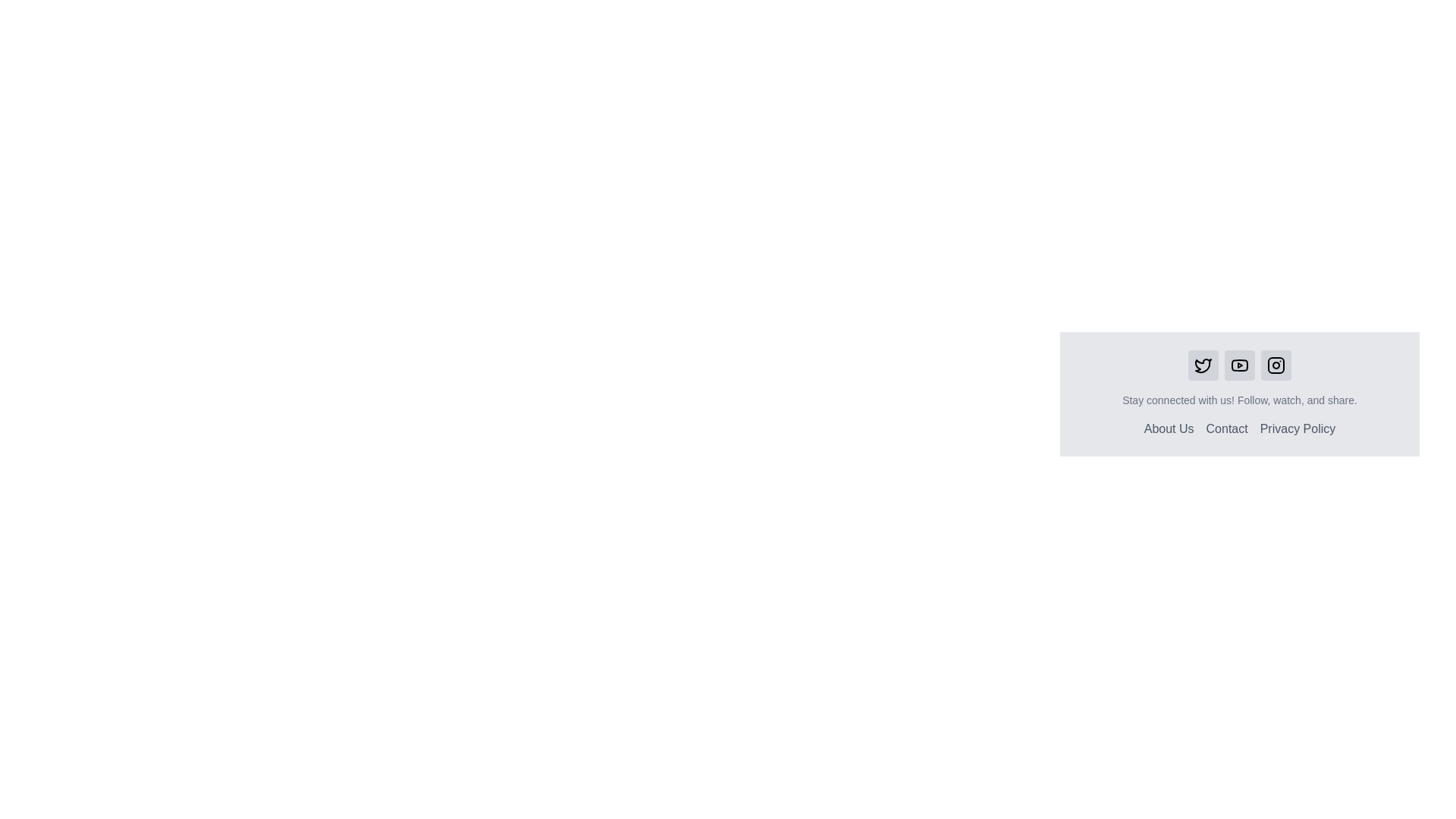  I want to click on the Instagram button located at the far right of a horizontal group of three buttons, positioned near the bottom-right corner of the page, so click(1276, 366).